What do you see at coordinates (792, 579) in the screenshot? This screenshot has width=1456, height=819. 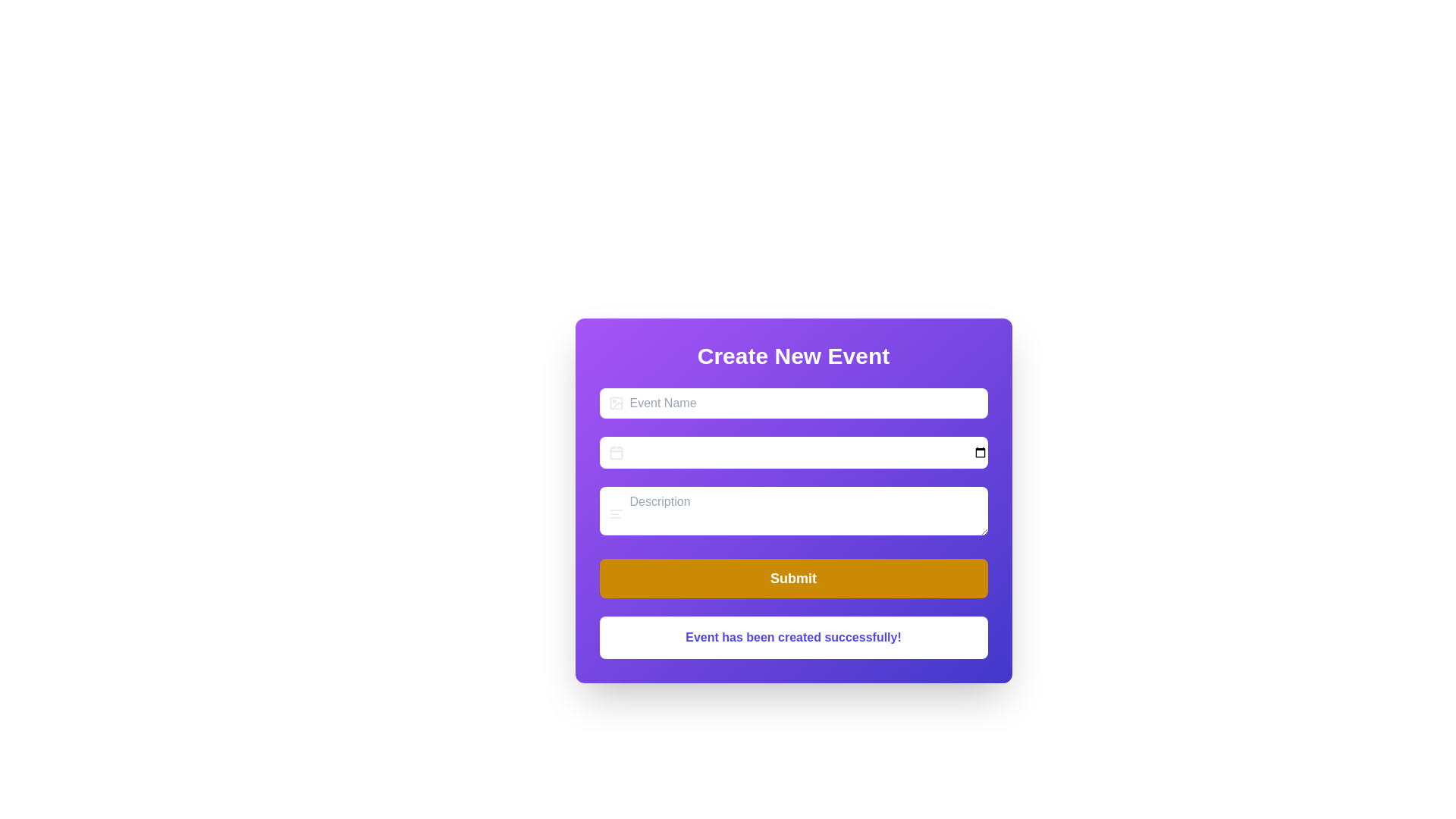 I see `the submission button located at the bottom of the form` at bounding box center [792, 579].